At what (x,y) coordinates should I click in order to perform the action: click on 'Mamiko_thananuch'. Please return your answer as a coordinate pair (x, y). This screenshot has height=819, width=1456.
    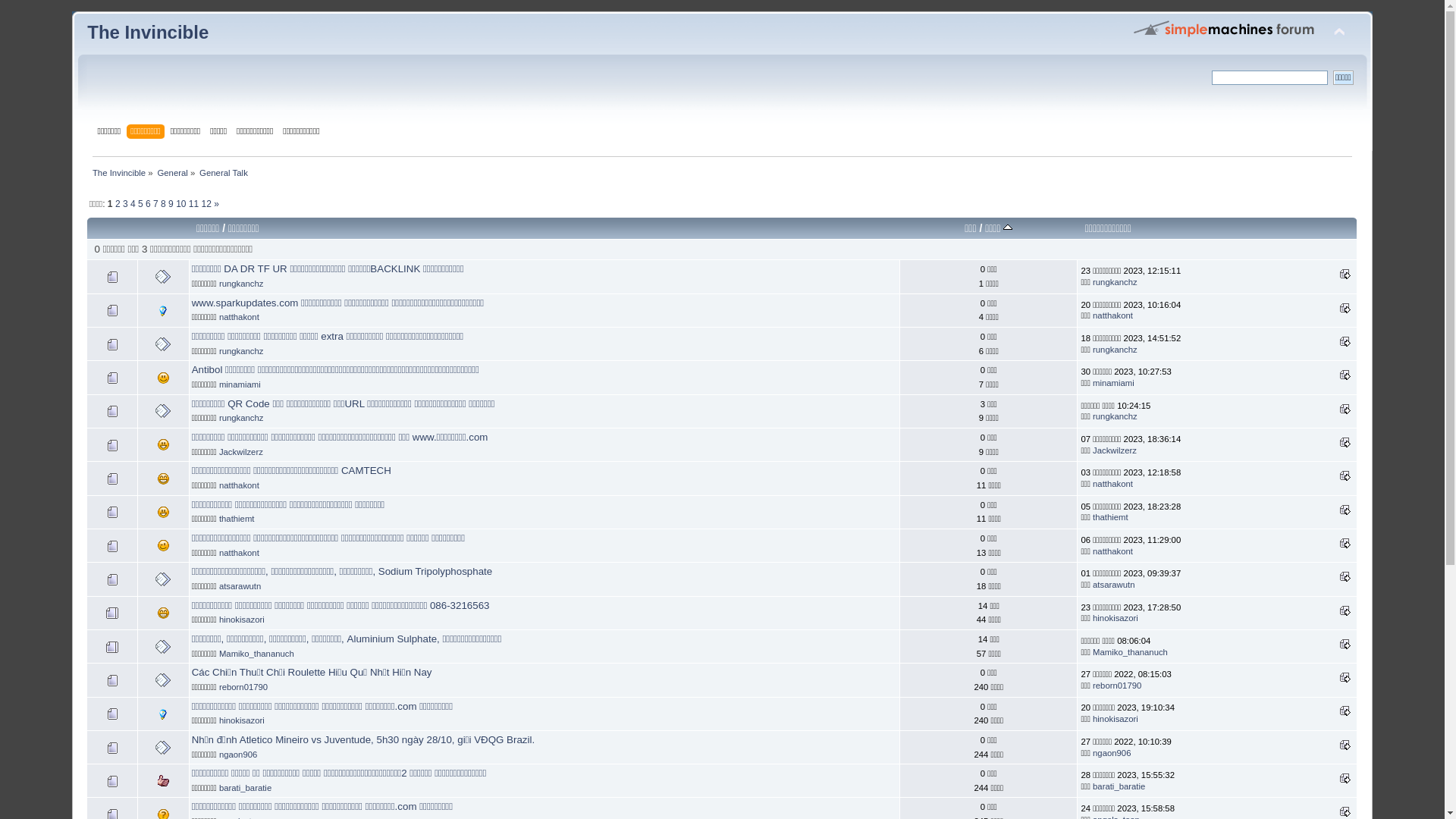
    Looking at the image, I should click on (256, 652).